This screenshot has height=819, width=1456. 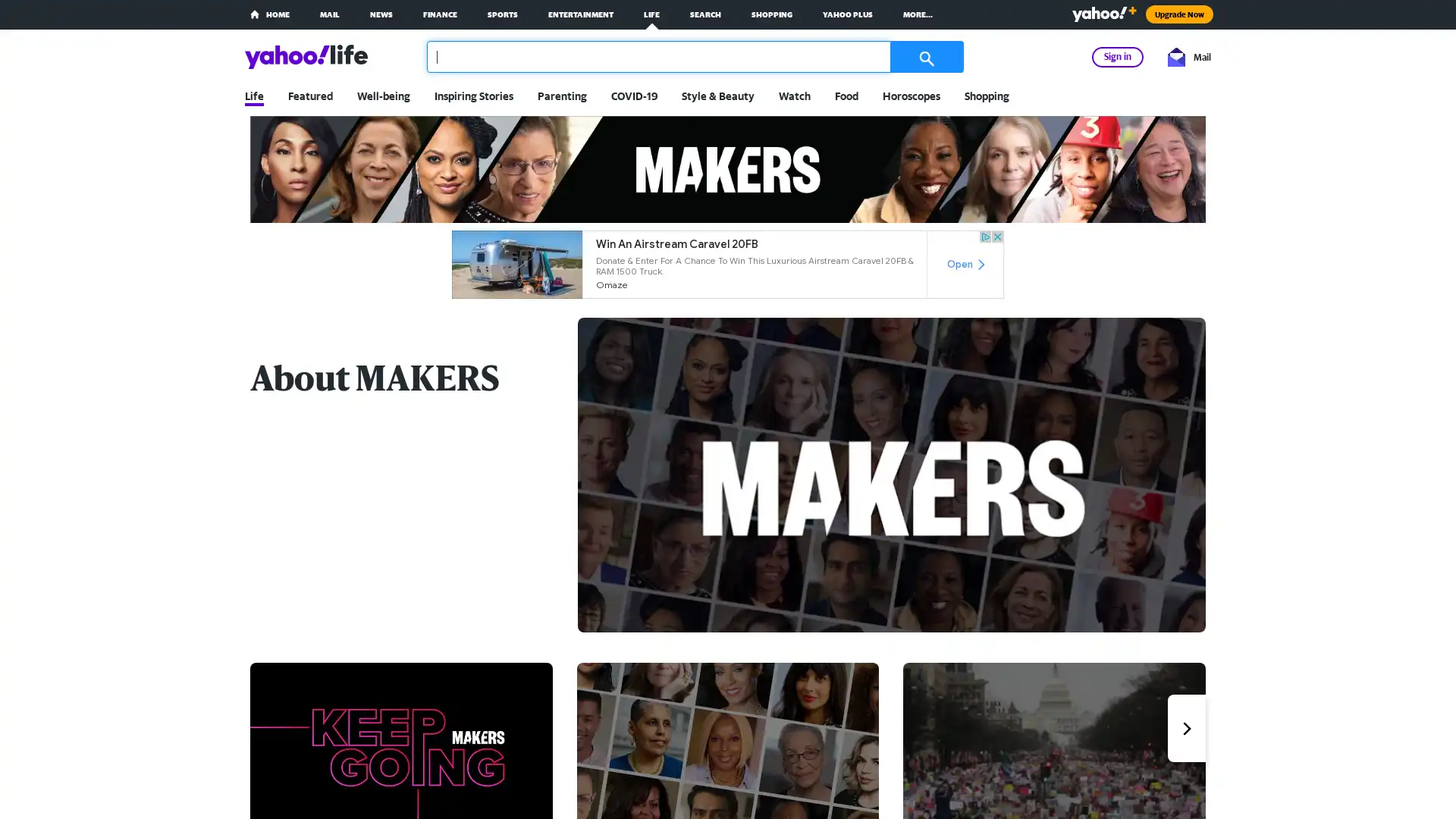 What do you see at coordinates (1185, 727) in the screenshot?
I see `Next` at bounding box center [1185, 727].